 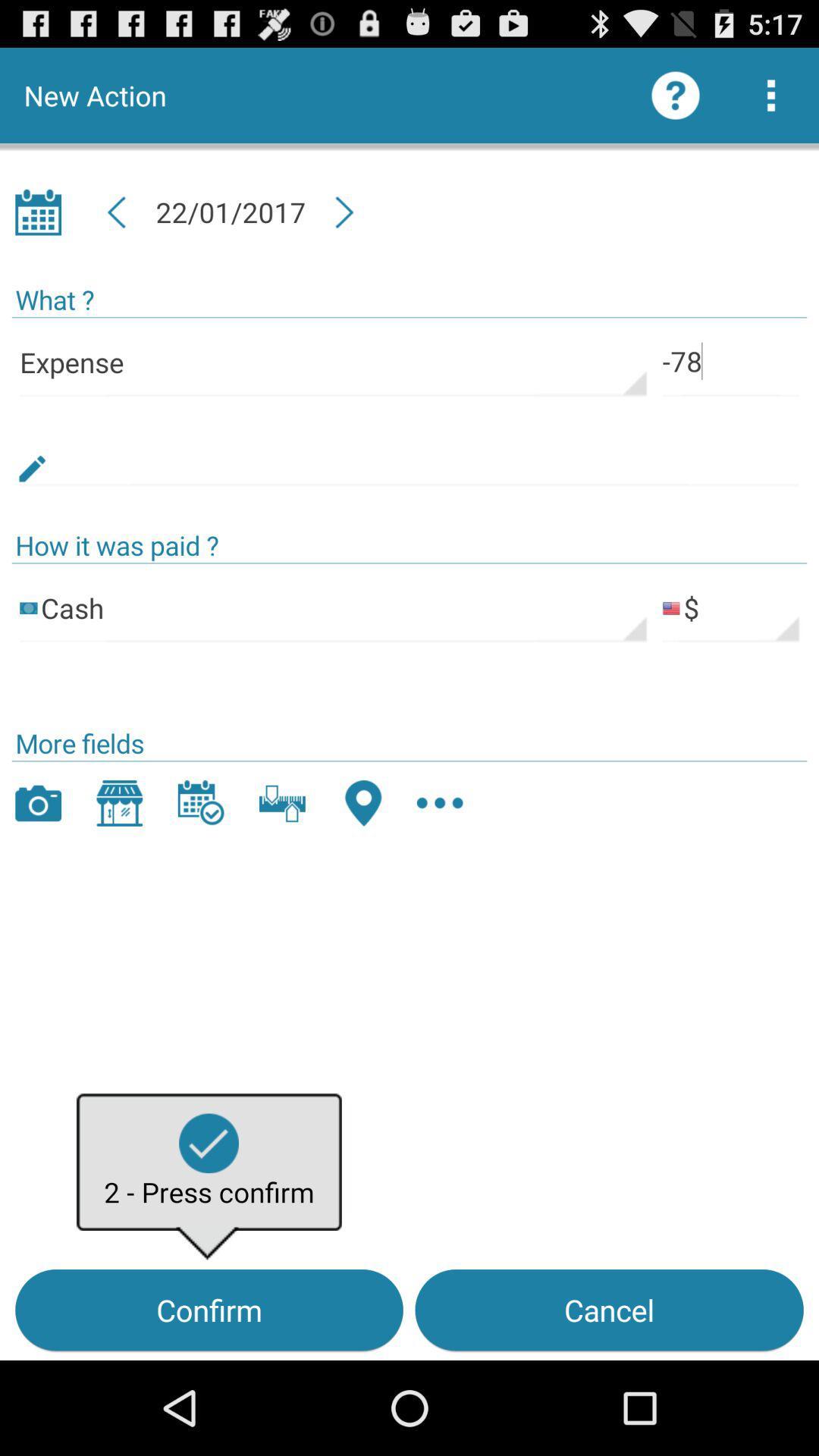 I want to click on edit text, so click(x=409, y=450).